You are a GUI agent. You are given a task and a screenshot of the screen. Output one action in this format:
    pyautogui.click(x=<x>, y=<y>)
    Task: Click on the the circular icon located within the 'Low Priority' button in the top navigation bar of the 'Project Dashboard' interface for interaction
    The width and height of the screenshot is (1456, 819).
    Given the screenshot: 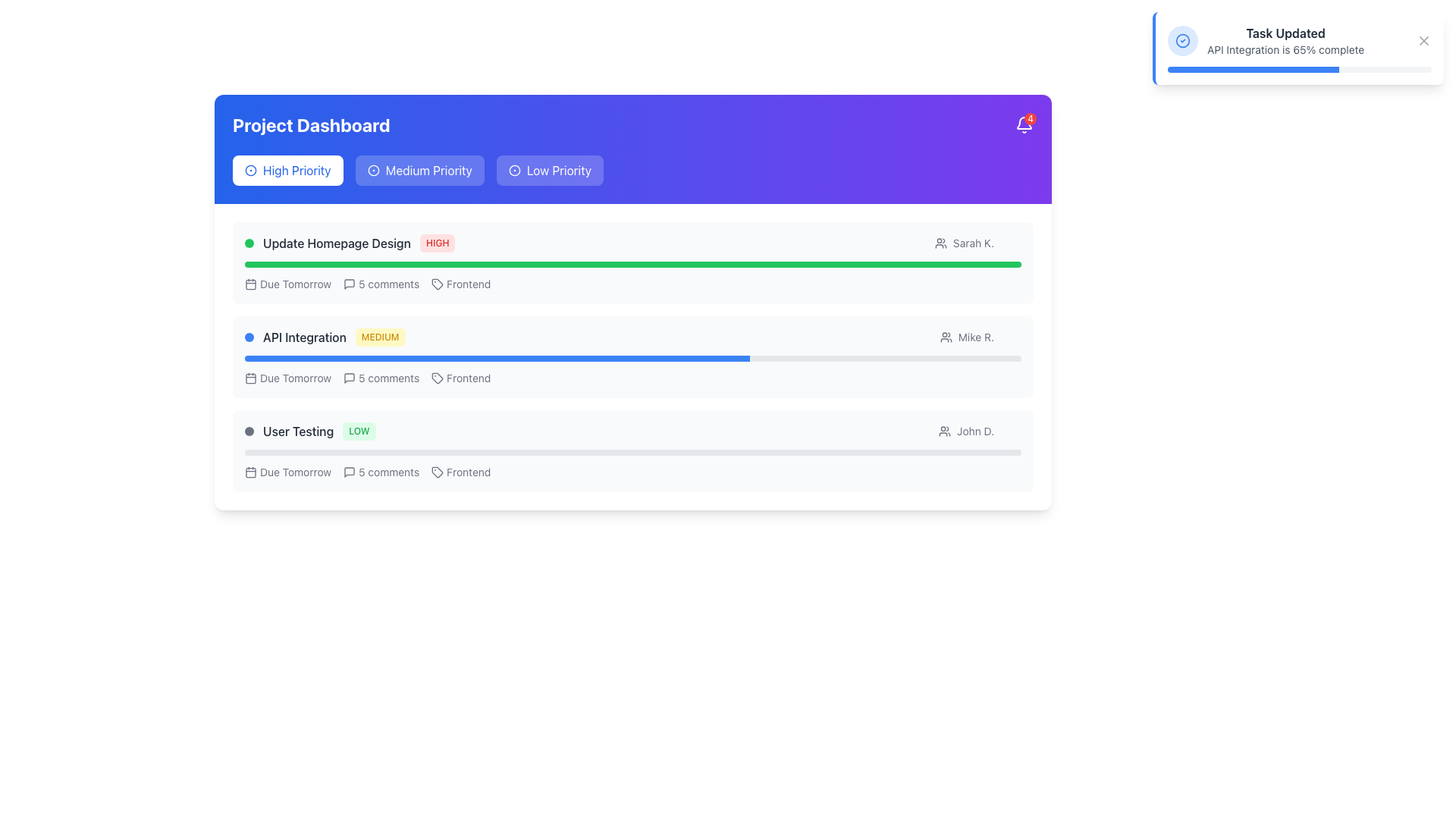 What is the action you would take?
    pyautogui.click(x=514, y=170)
    